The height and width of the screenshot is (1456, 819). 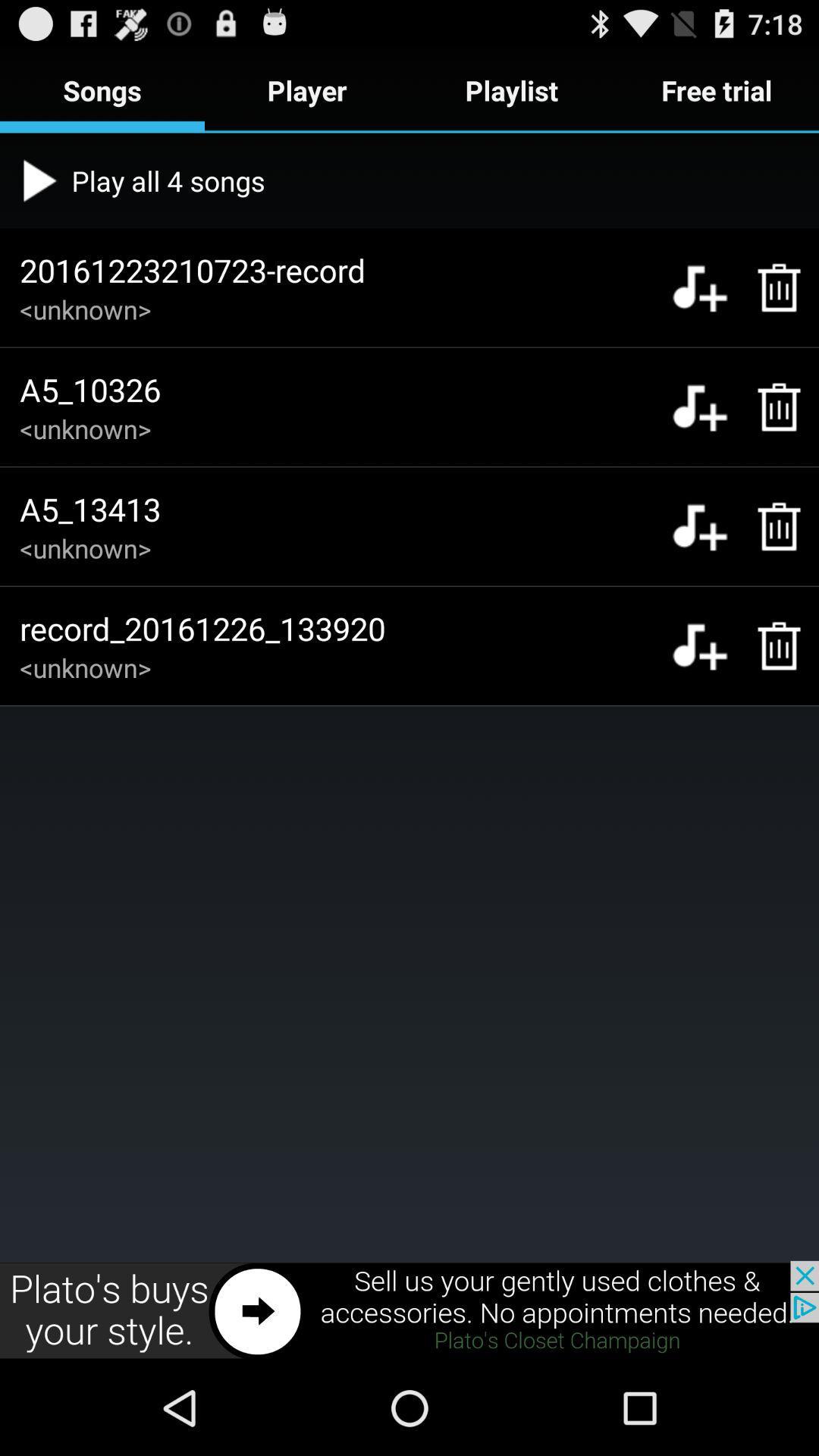 I want to click on delete a5_13413, so click(x=771, y=526).